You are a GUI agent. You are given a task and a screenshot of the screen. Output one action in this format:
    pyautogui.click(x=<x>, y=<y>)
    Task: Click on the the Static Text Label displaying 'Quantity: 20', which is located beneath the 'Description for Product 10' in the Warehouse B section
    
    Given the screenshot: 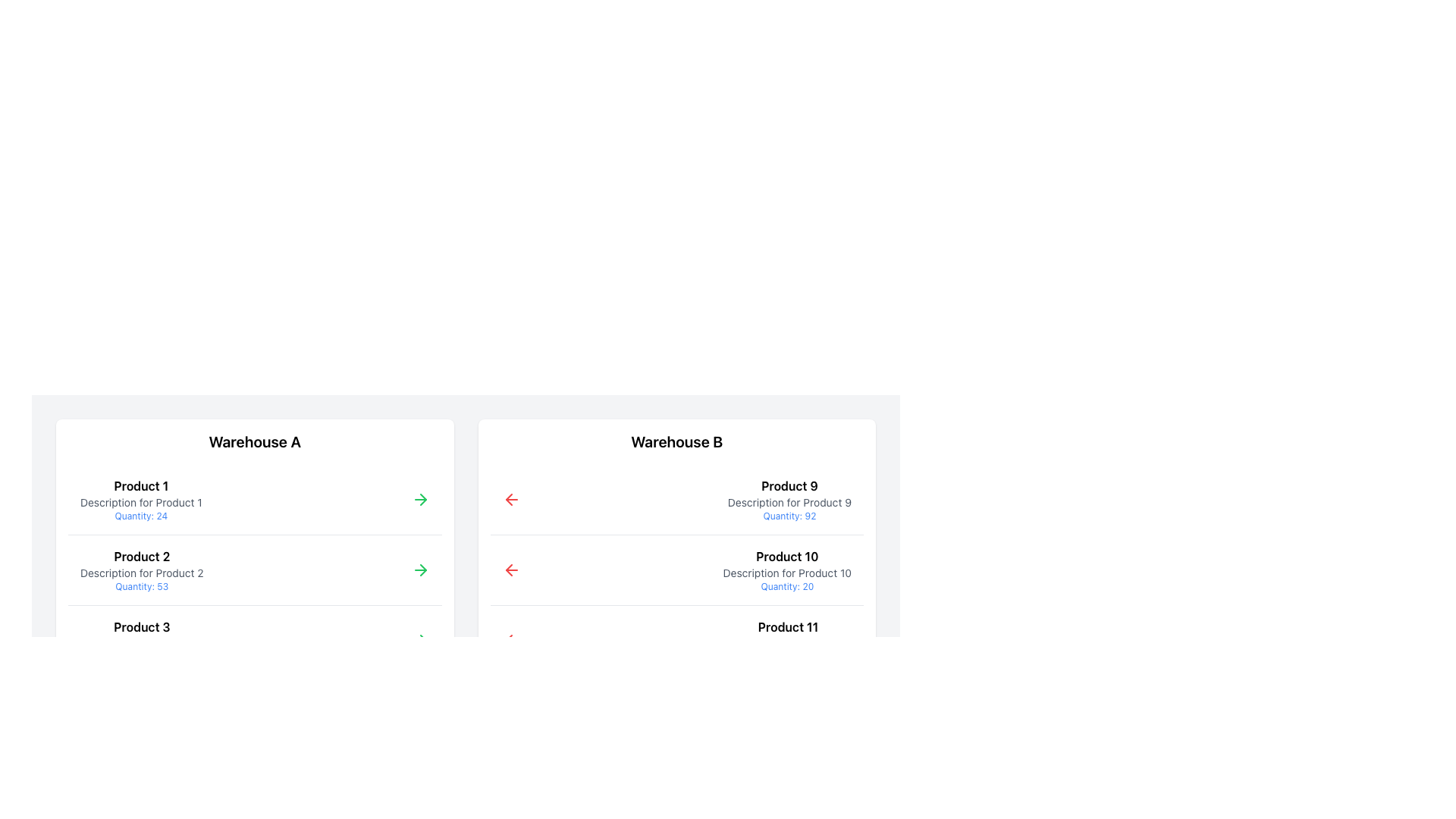 What is the action you would take?
    pyautogui.click(x=787, y=586)
    